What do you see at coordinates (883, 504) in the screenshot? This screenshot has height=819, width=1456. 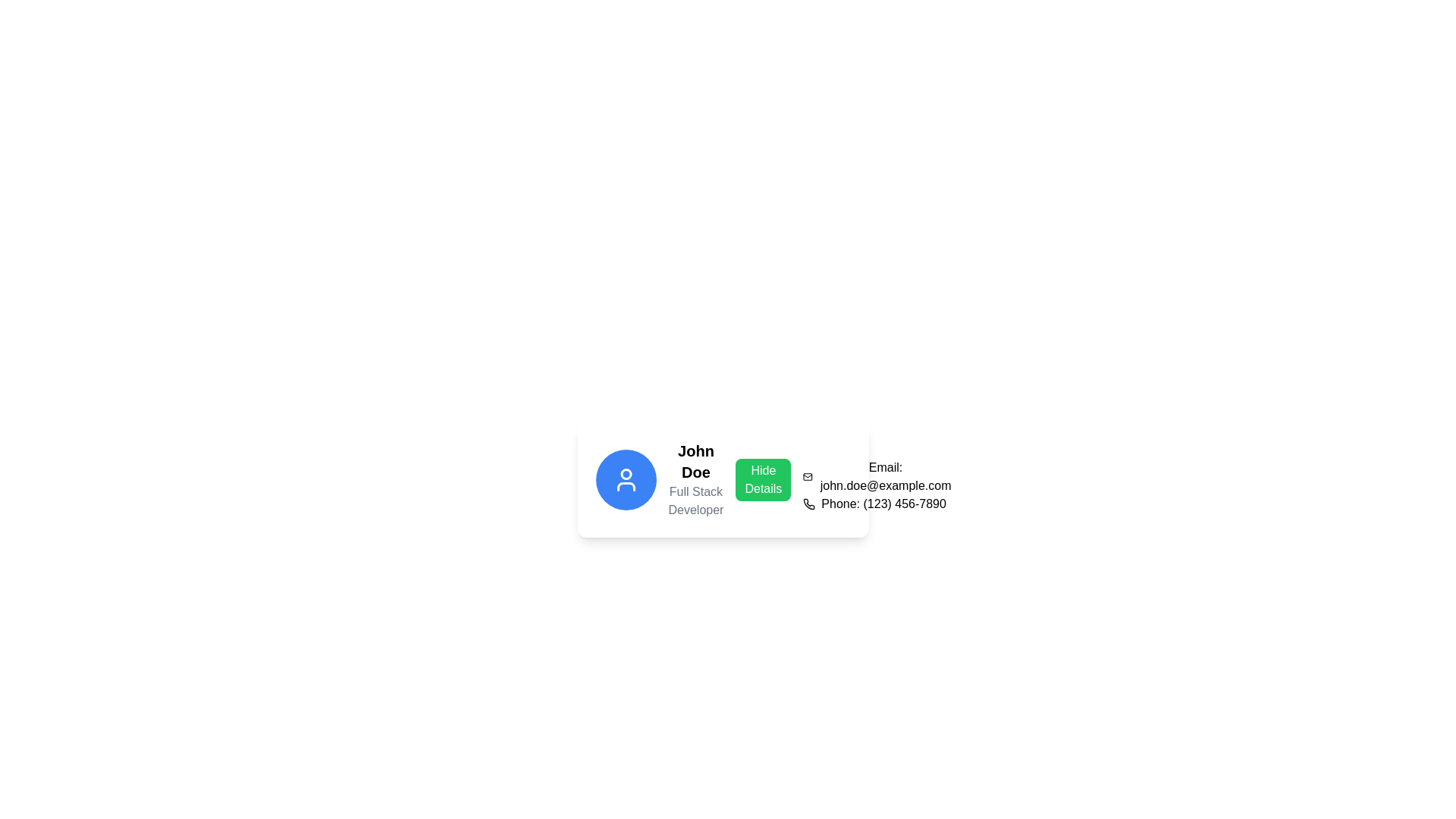 I see `the text label displaying 'Phone: (123) 456-7890', which is styled in black font and positioned adjacent to a telephone icon within the contact details component` at bounding box center [883, 504].